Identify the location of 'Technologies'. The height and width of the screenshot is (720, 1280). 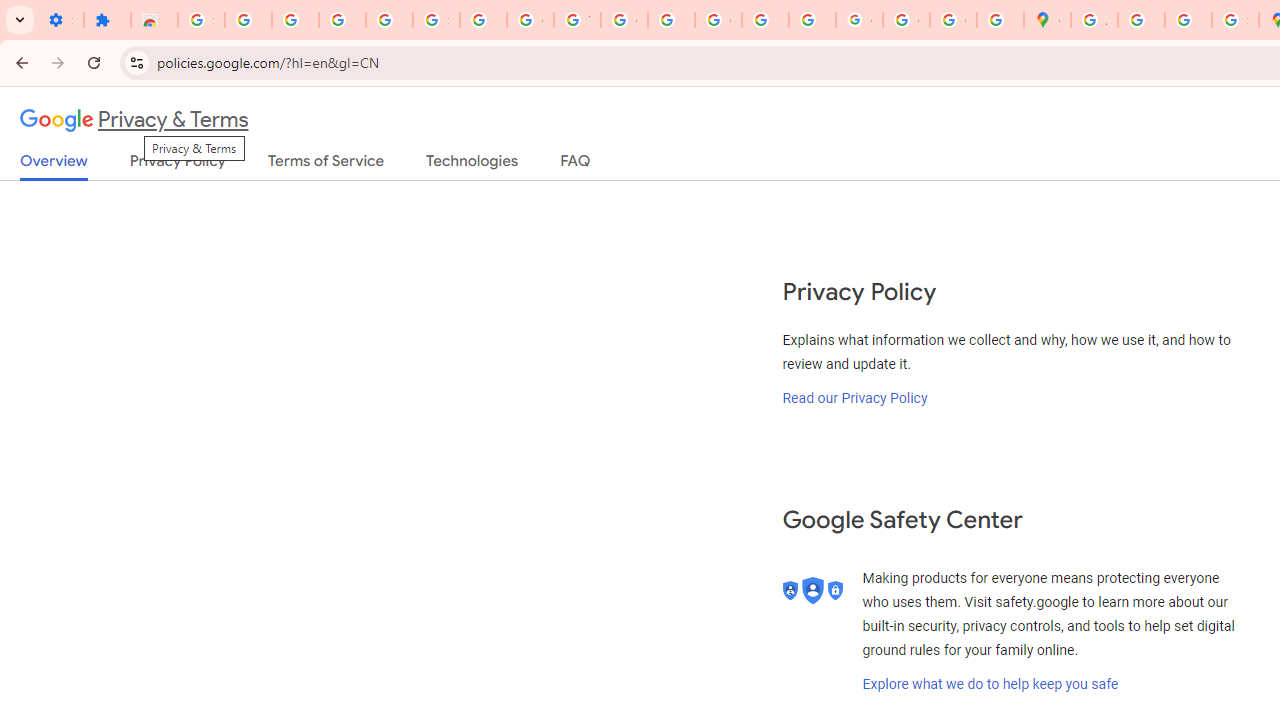
(471, 164).